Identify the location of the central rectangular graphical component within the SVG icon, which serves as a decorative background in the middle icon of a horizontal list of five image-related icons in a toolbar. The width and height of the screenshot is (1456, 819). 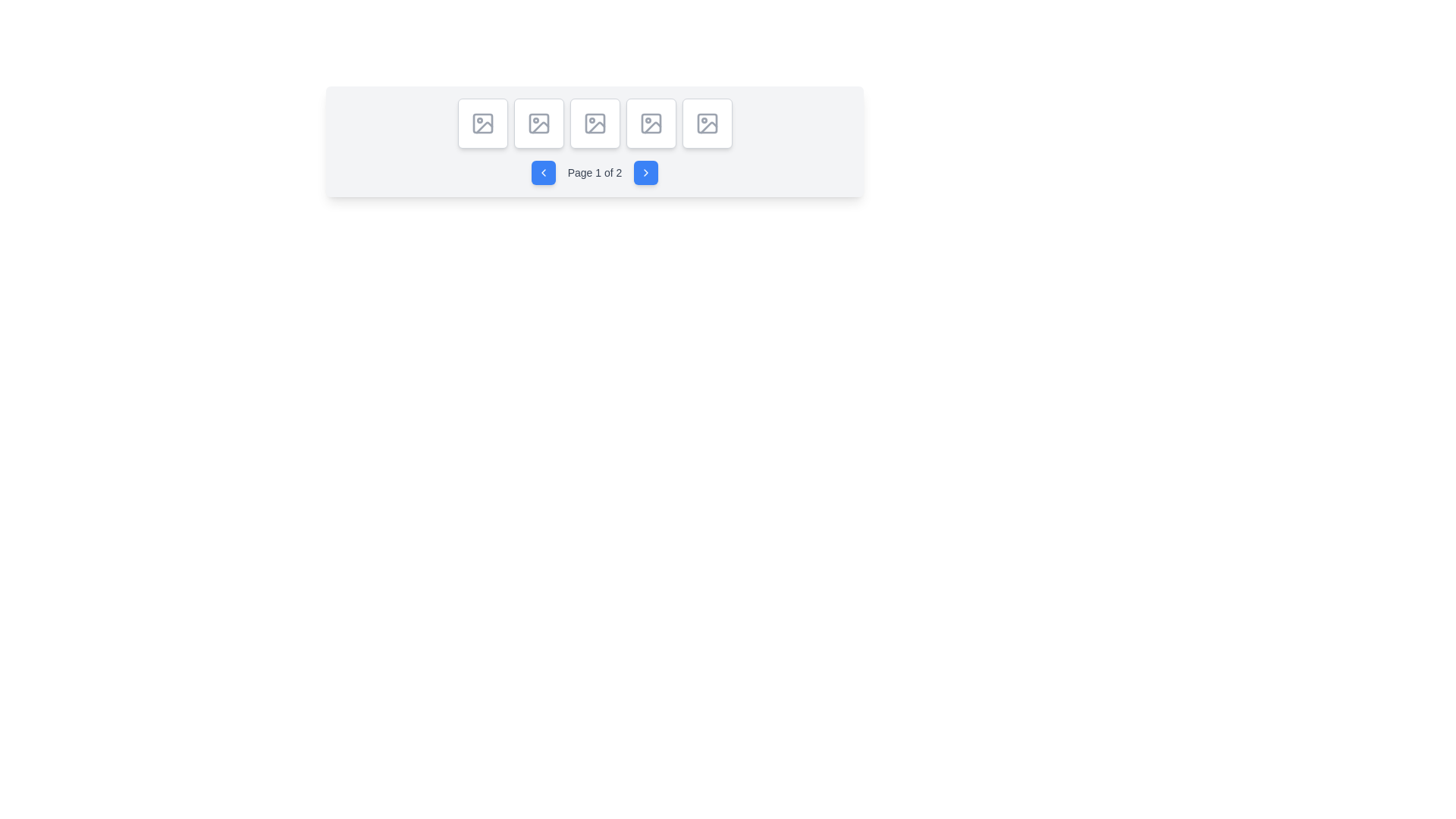
(594, 122).